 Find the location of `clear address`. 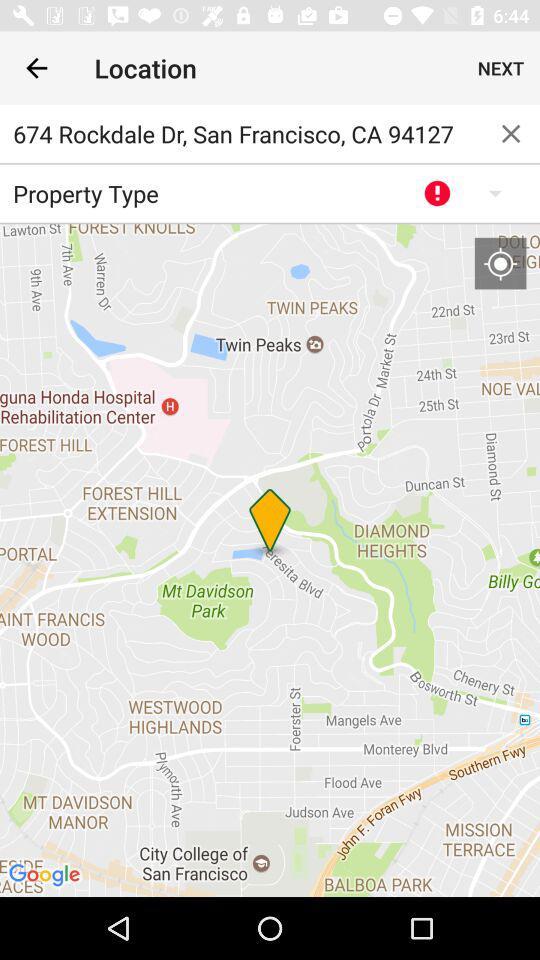

clear address is located at coordinates (511, 132).